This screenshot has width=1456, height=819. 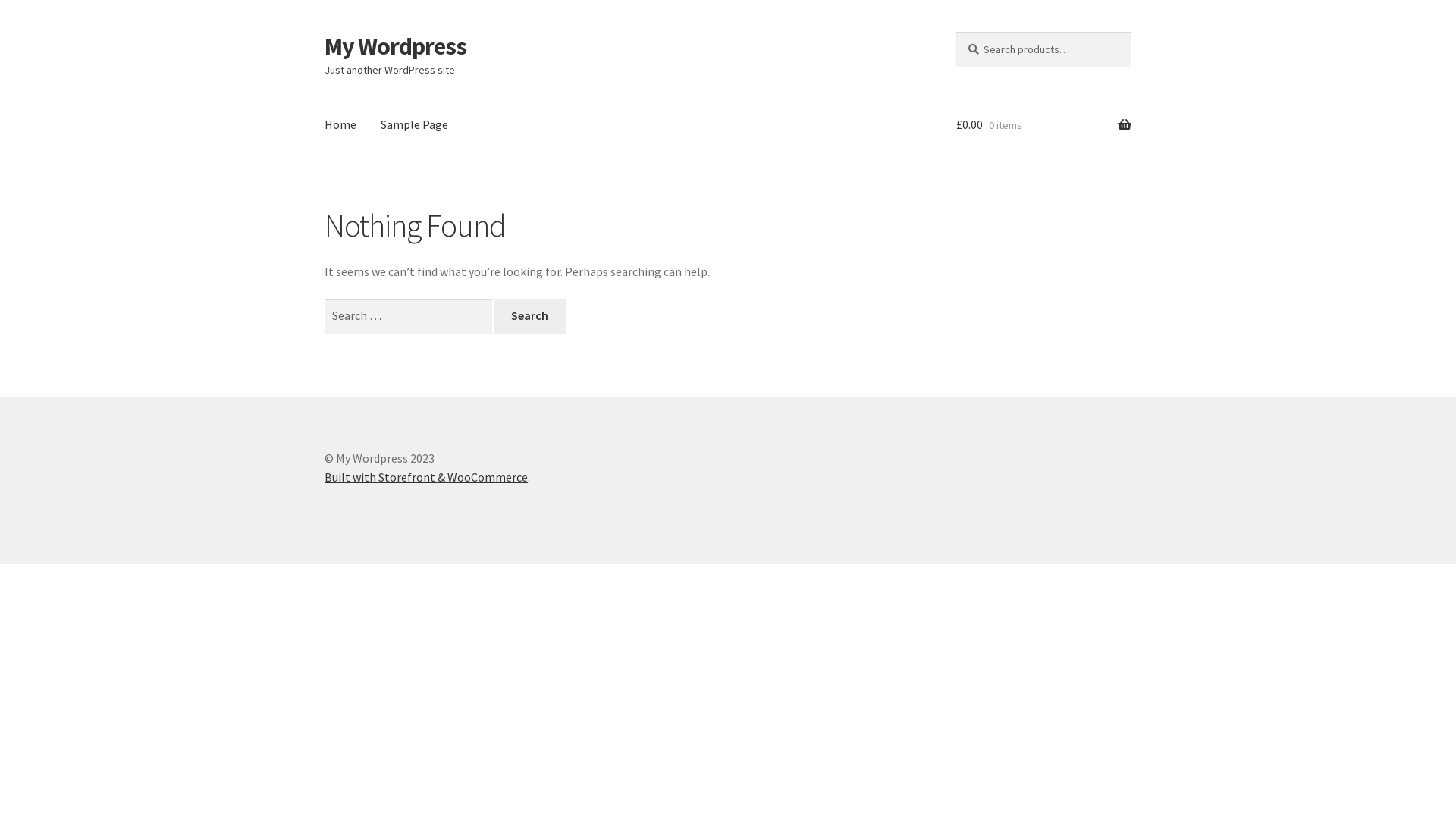 I want to click on 'My Wordpress', so click(x=323, y=45).